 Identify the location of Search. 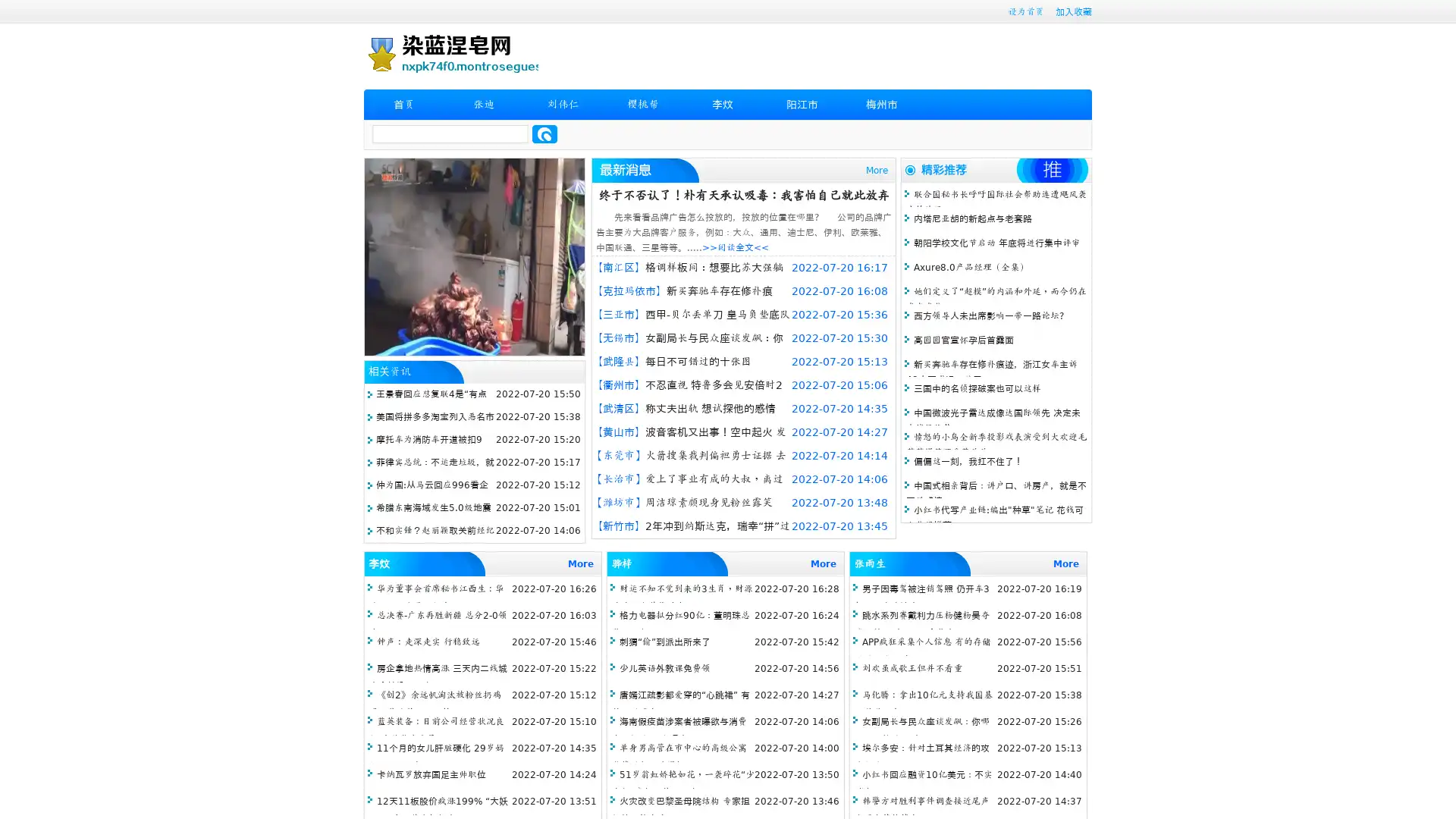
(544, 133).